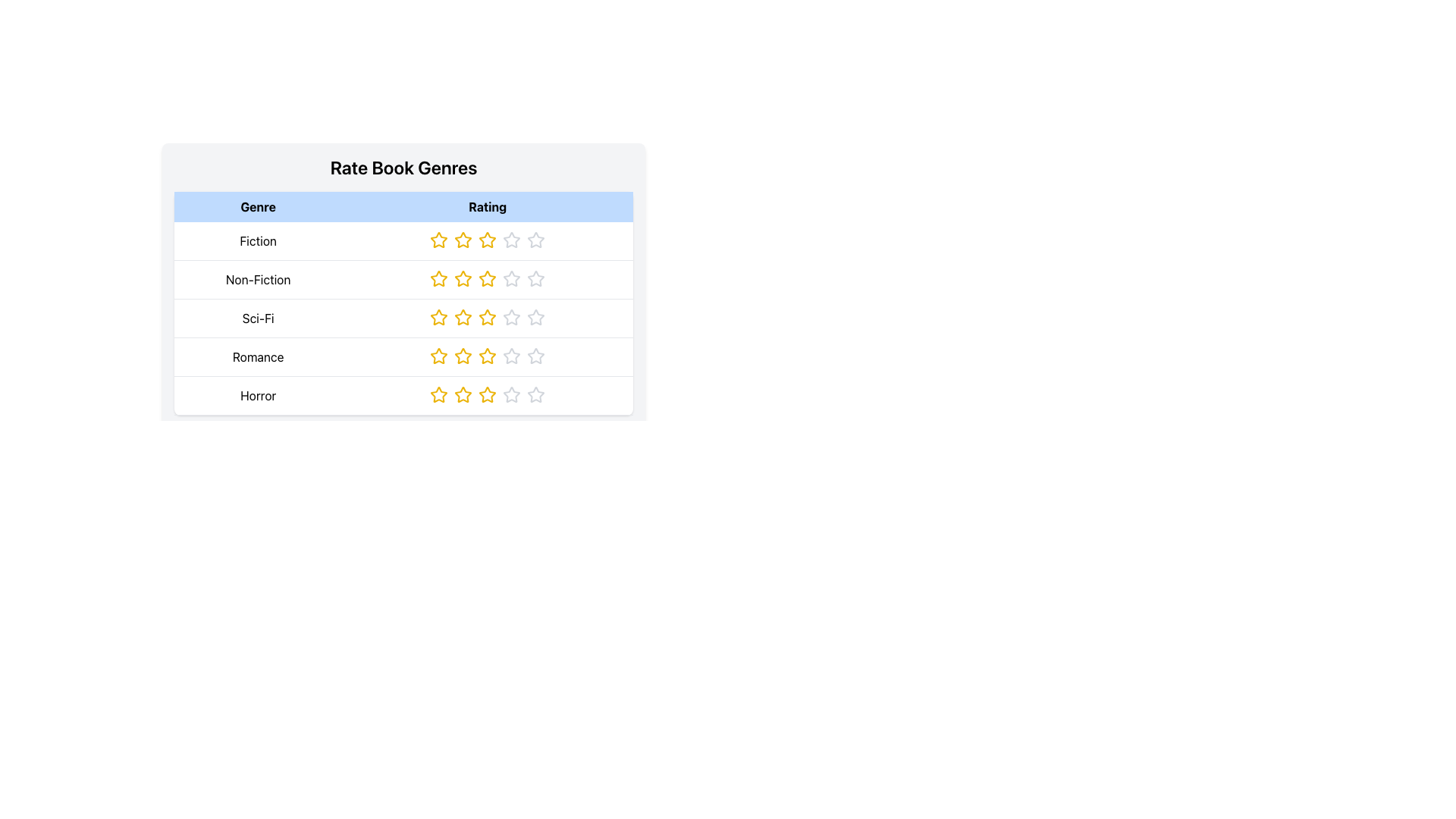 Image resolution: width=1456 pixels, height=819 pixels. Describe the element at coordinates (488, 356) in the screenshot. I see `the third star icon in the fourth row labeled 'Romance' under the 'Rating' column to provide a rating` at that location.